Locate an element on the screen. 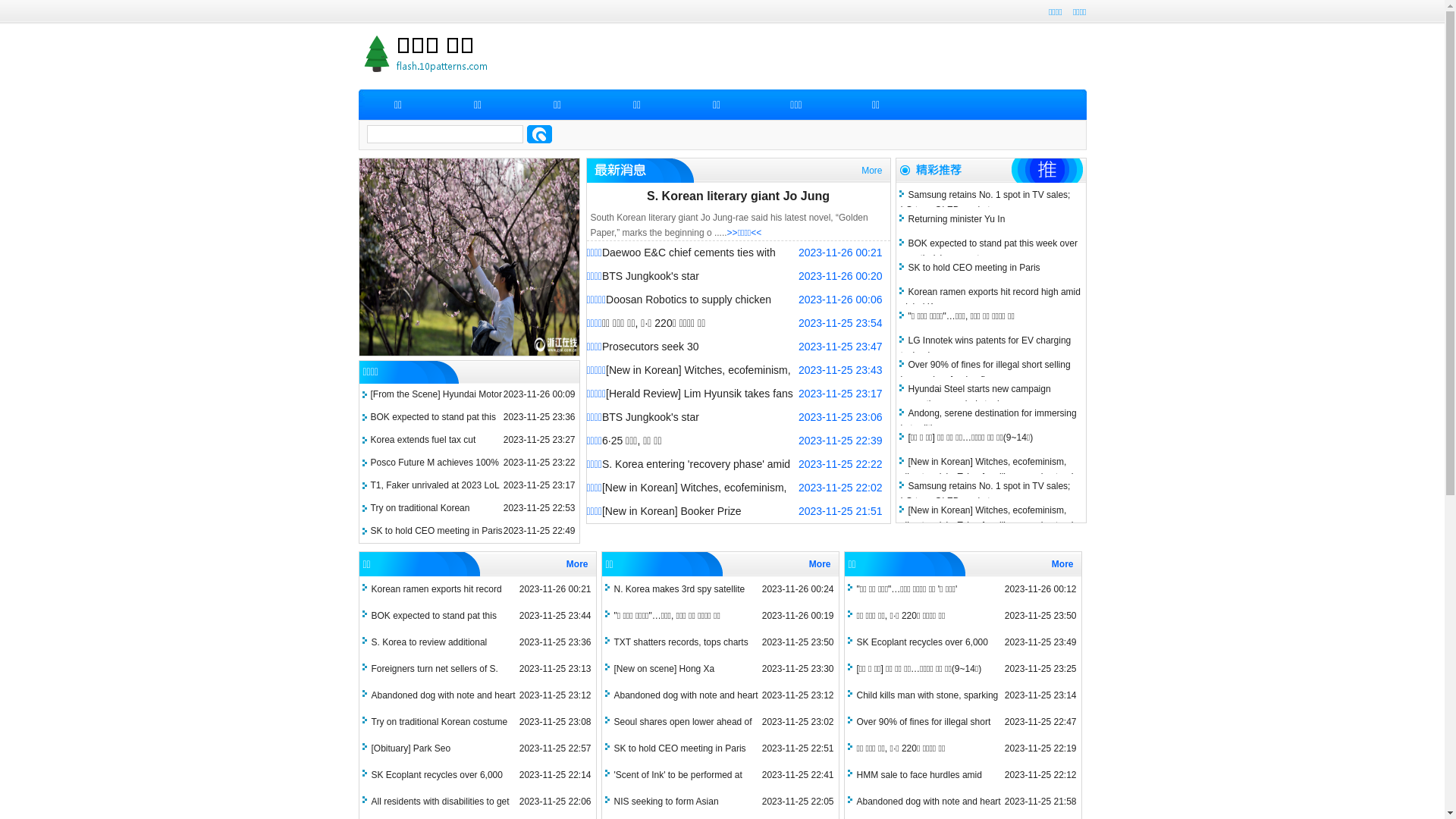 This screenshot has height=819, width=1456. 'Hyundai Steel starts new campaign promoting recycled steel' is located at coordinates (975, 396).